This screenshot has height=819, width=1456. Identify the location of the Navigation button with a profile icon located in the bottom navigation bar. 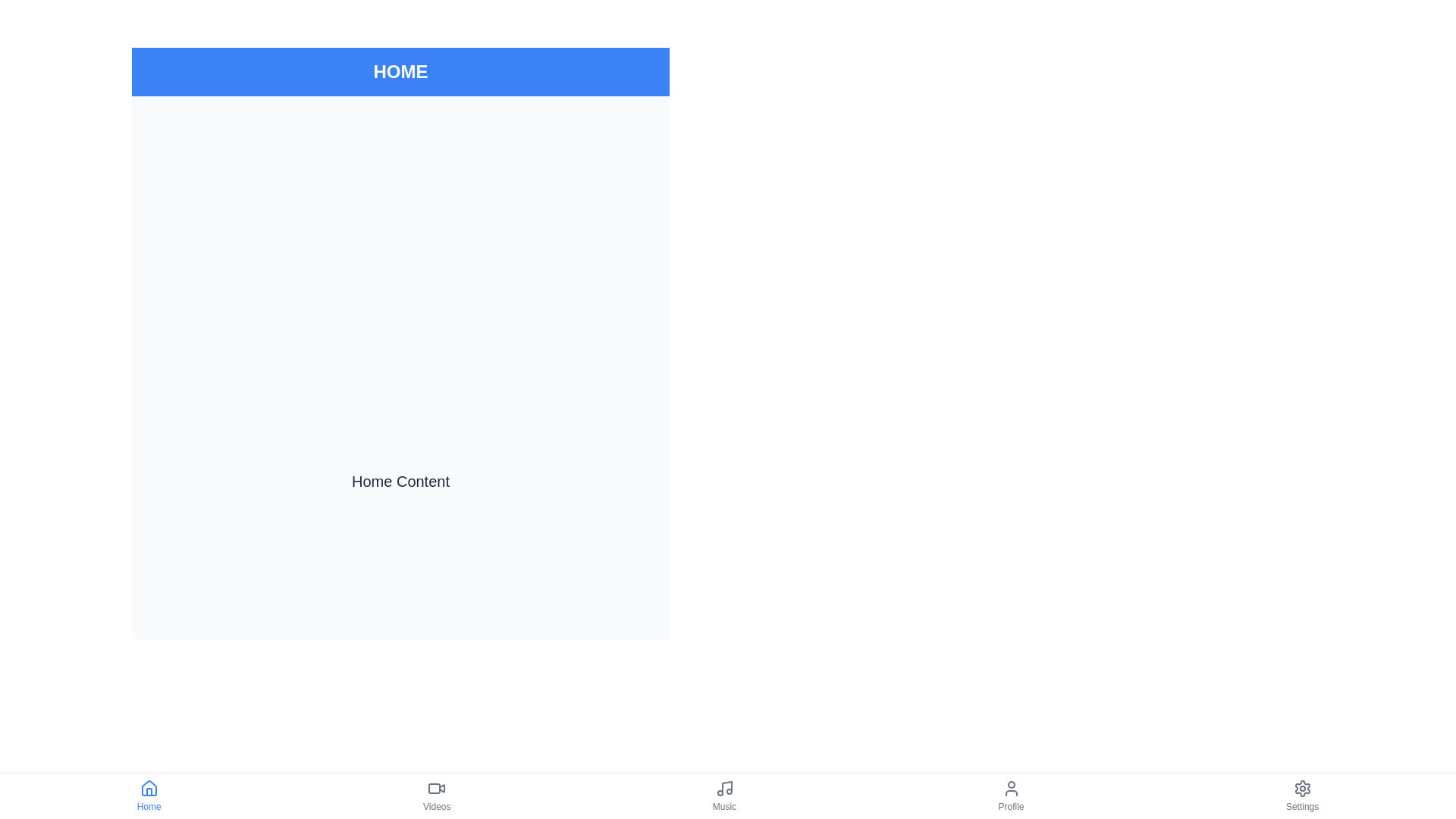
(1011, 795).